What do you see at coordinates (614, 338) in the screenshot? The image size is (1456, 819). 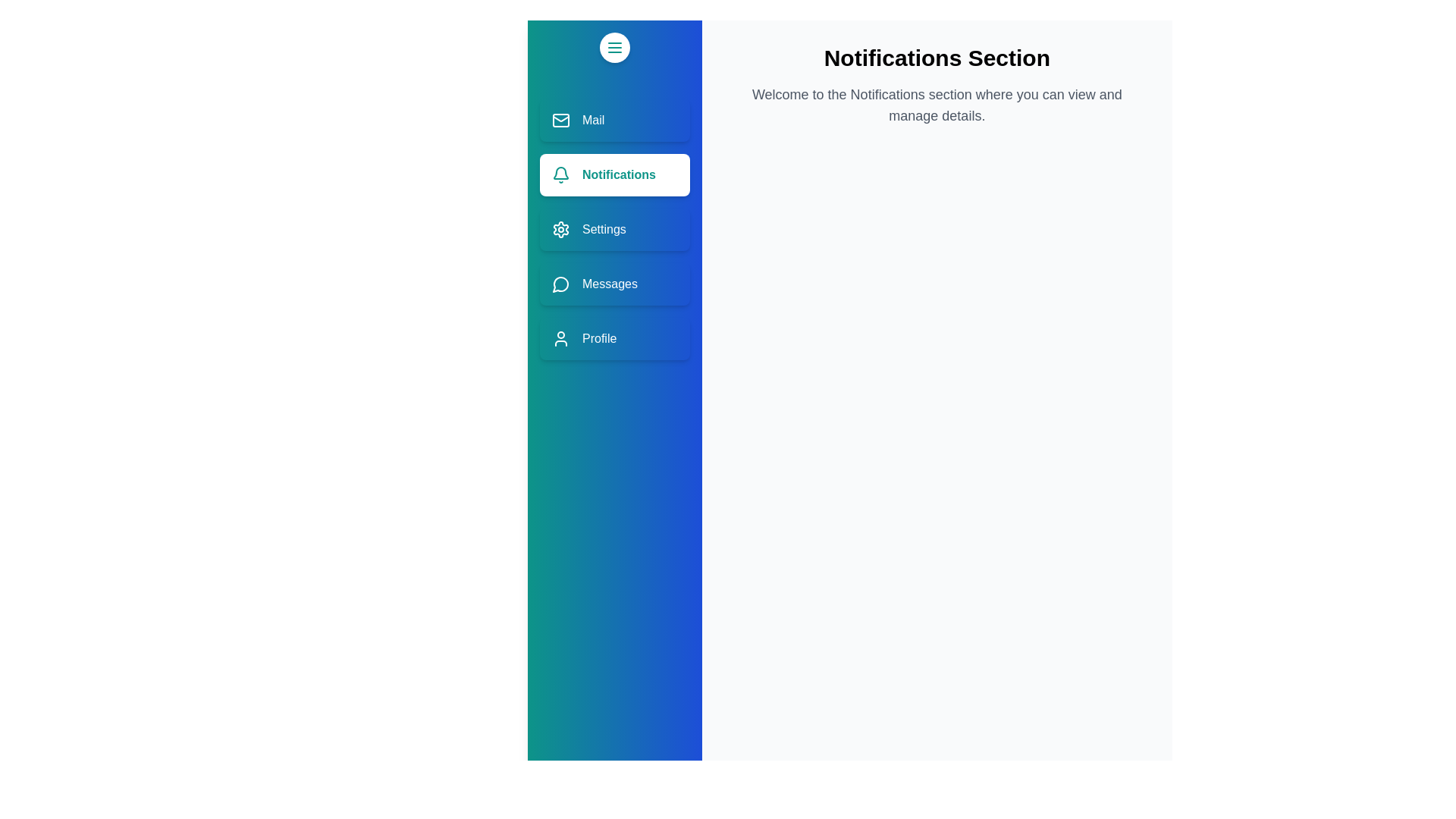 I see `the section Profile from the sidebar` at bounding box center [614, 338].